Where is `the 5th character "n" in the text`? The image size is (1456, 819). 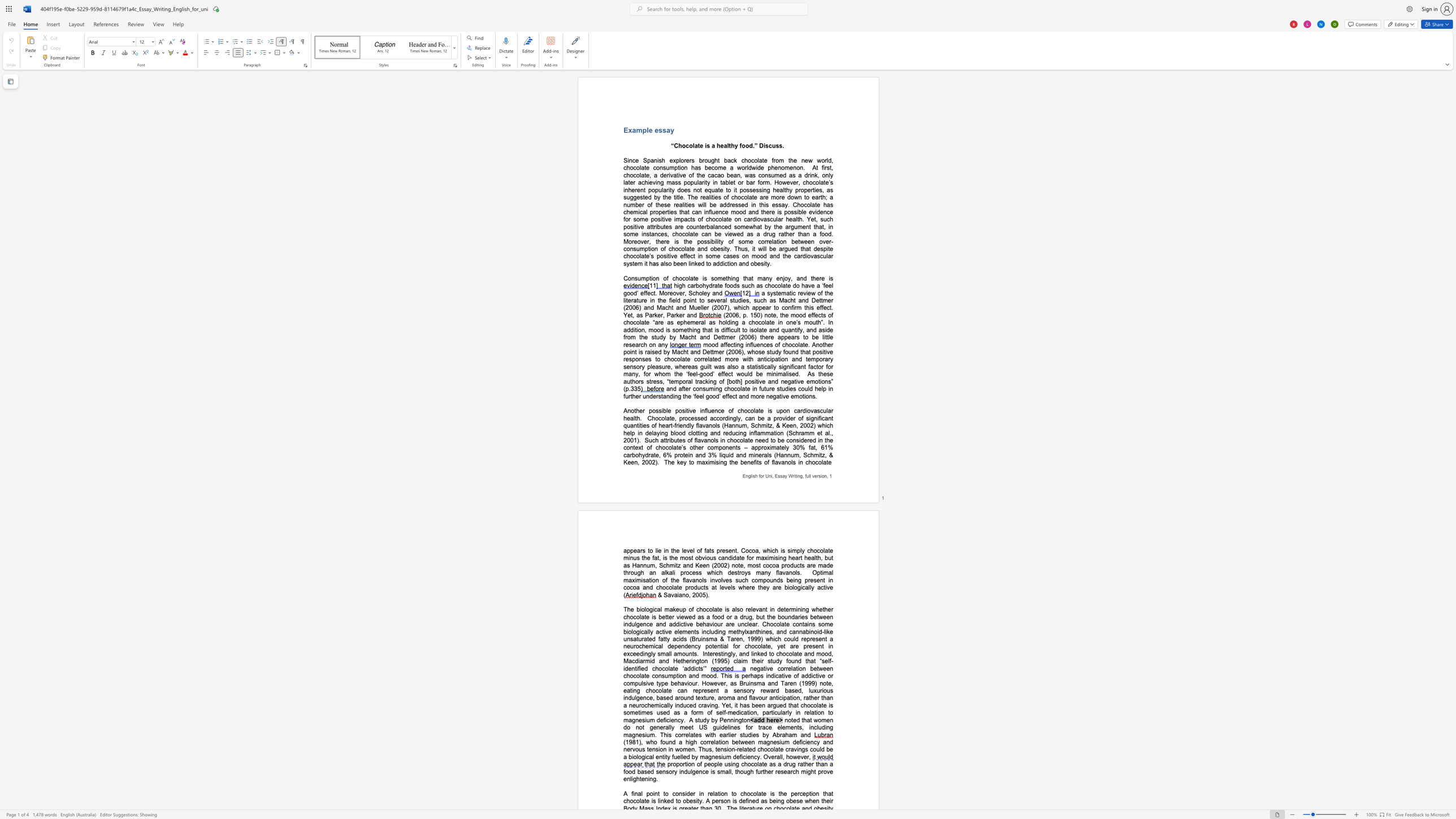
the 5th character "n" in the text is located at coordinates (796, 580).